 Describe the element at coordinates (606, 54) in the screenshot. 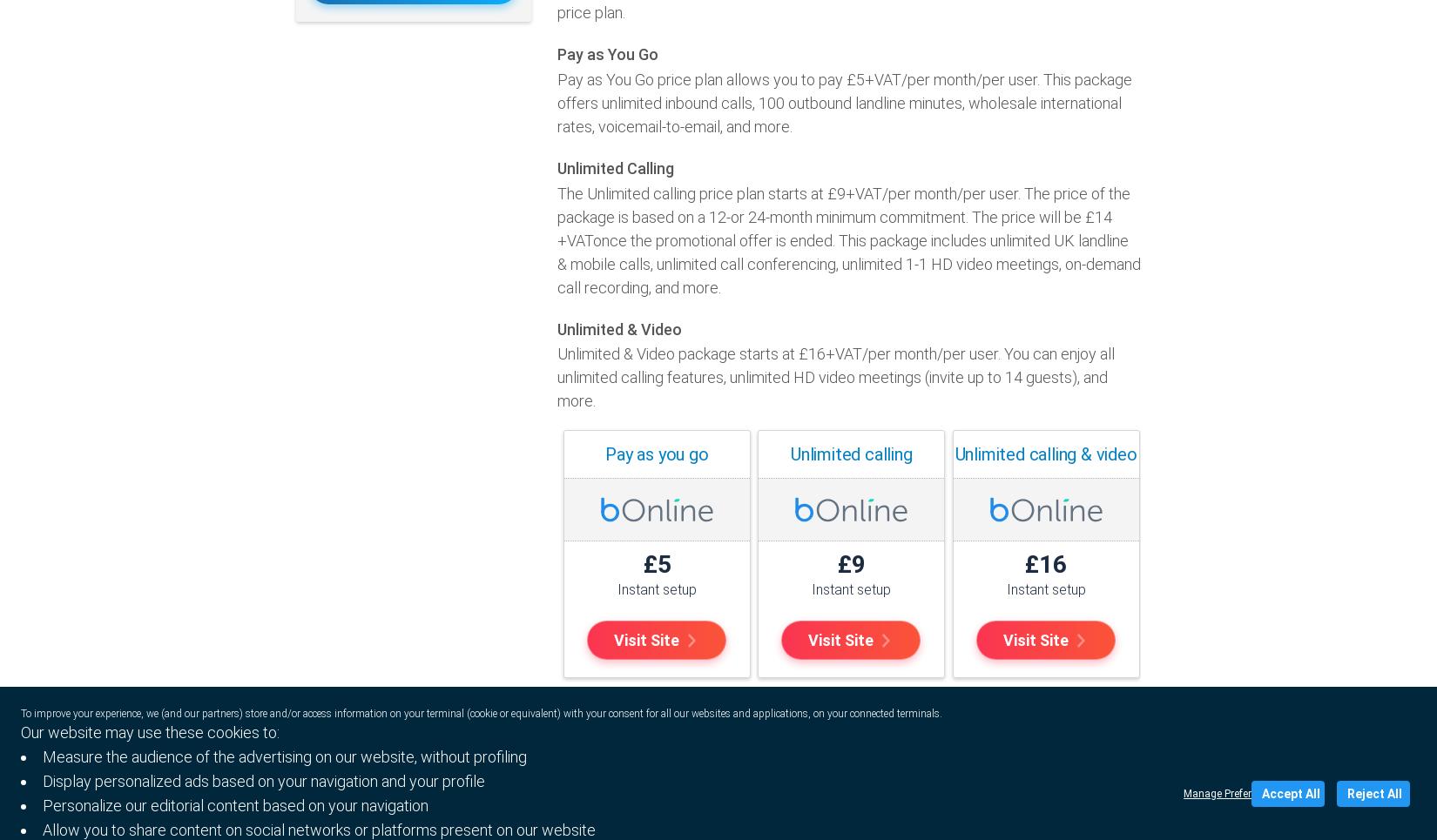

I see `'Pay as You Go'` at that location.